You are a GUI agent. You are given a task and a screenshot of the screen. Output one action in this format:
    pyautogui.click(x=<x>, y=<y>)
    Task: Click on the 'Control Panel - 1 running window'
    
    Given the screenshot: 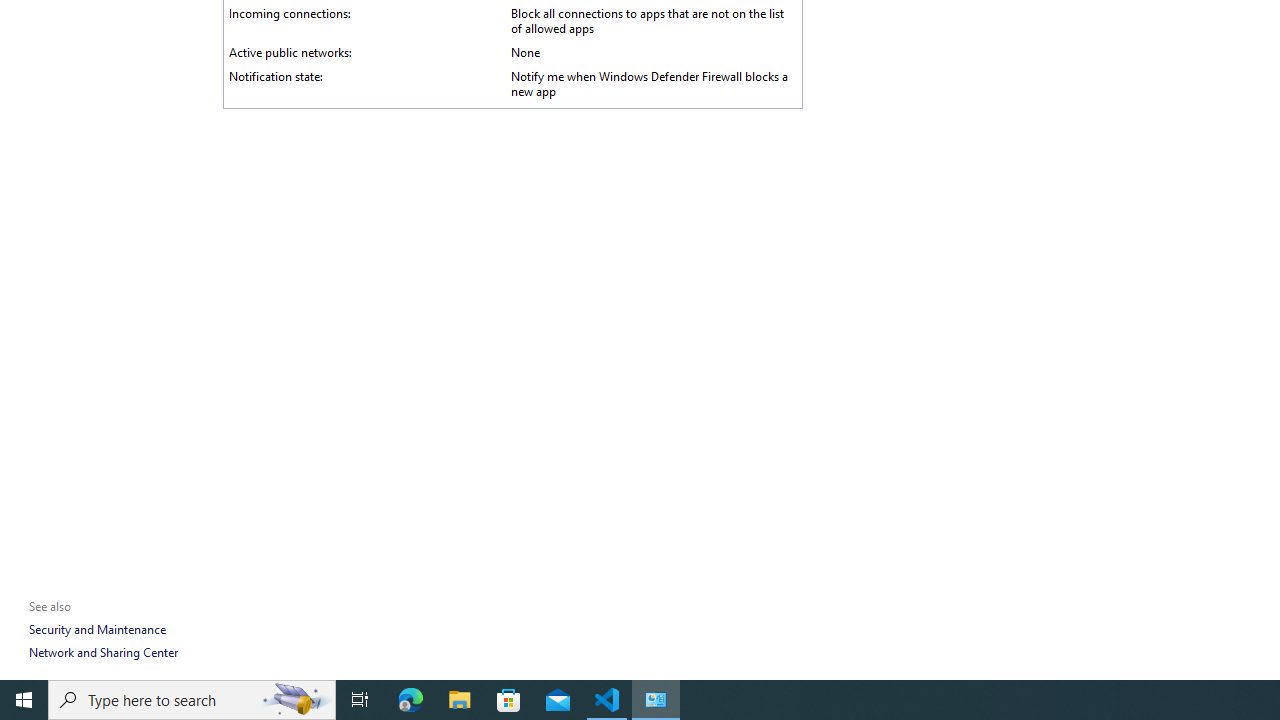 What is the action you would take?
    pyautogui.click(x=656, y=698)
    